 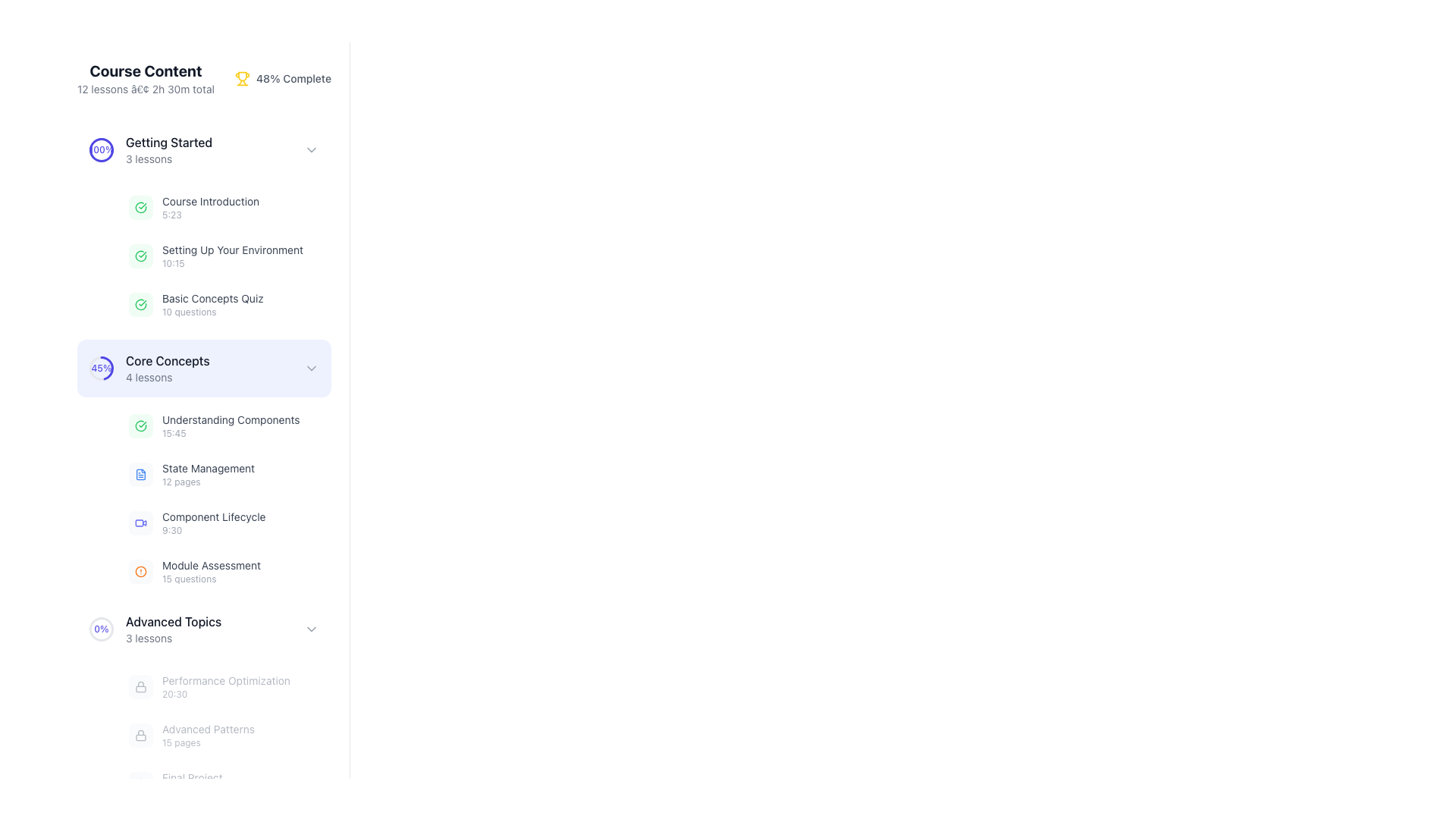 What do you see at coordinates (101, 149) in the screenshot?
I see `the circular graphical element with a light gray border located in the left sidebar next to the 'Getting Started' section title` at bounding box center [101, 149].